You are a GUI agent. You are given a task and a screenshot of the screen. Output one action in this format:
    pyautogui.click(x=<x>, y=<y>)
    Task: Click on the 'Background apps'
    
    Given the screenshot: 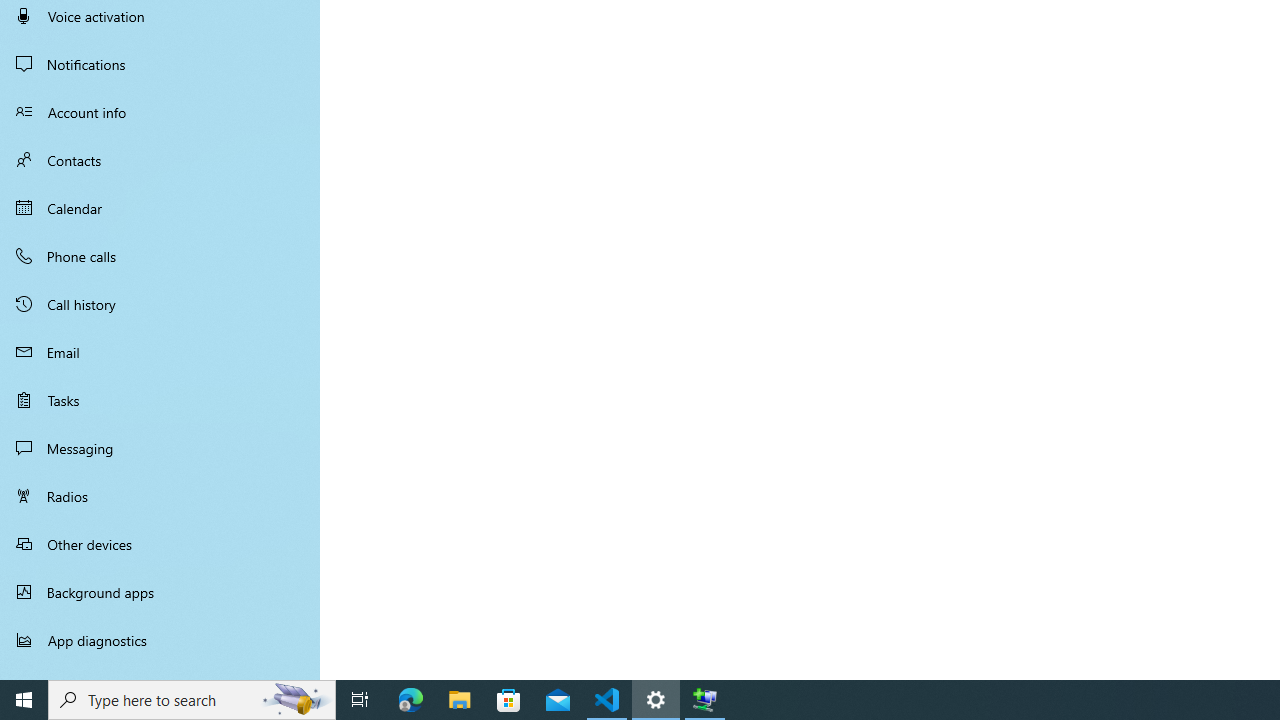 What is the action you would take?
    pyautogui.click(x=160, y=591)
    